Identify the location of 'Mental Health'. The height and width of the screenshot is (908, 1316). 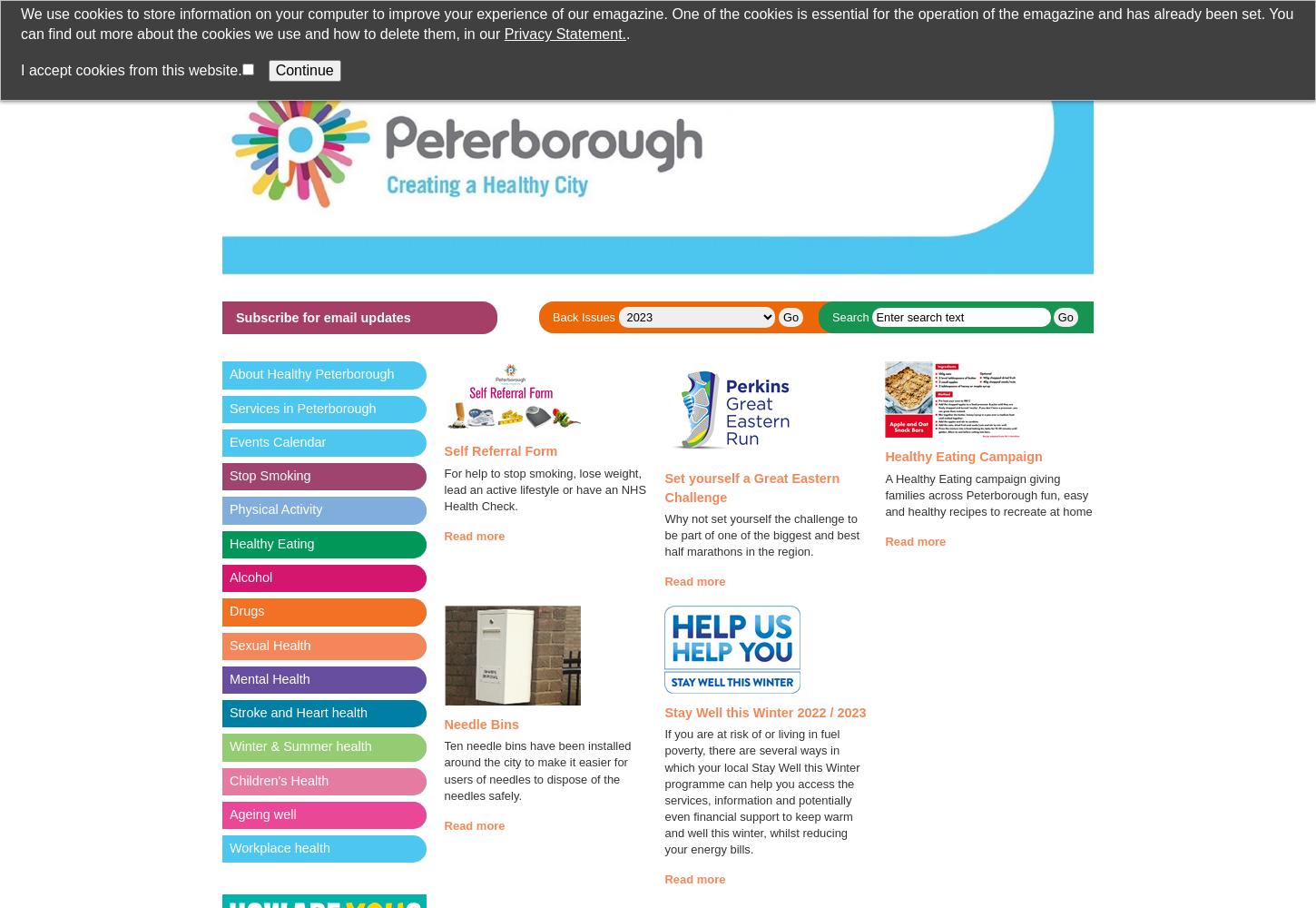
(269, 677).